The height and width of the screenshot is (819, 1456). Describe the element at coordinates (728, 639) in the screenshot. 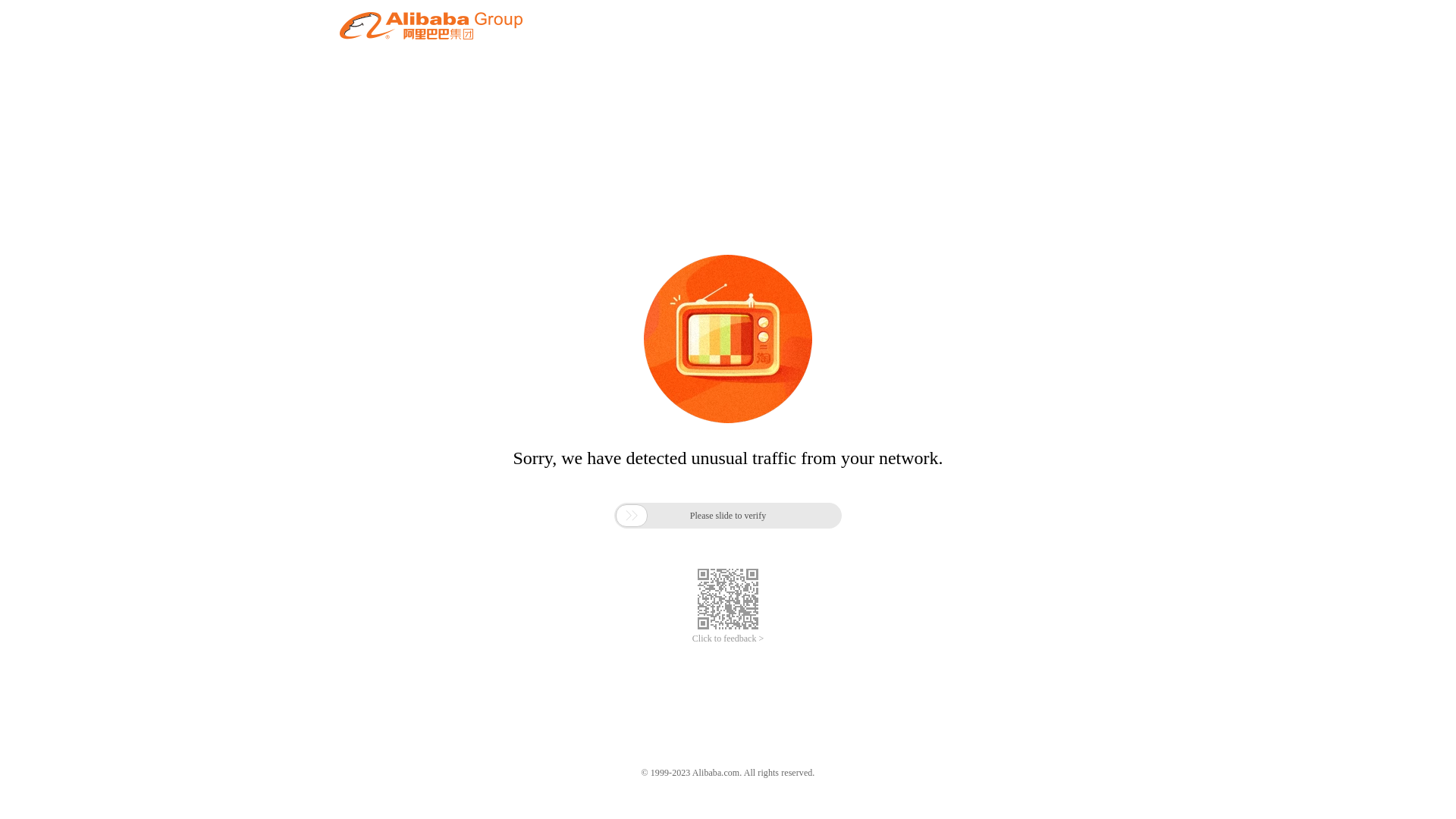

I see `'Click to feedback >'` at that location.